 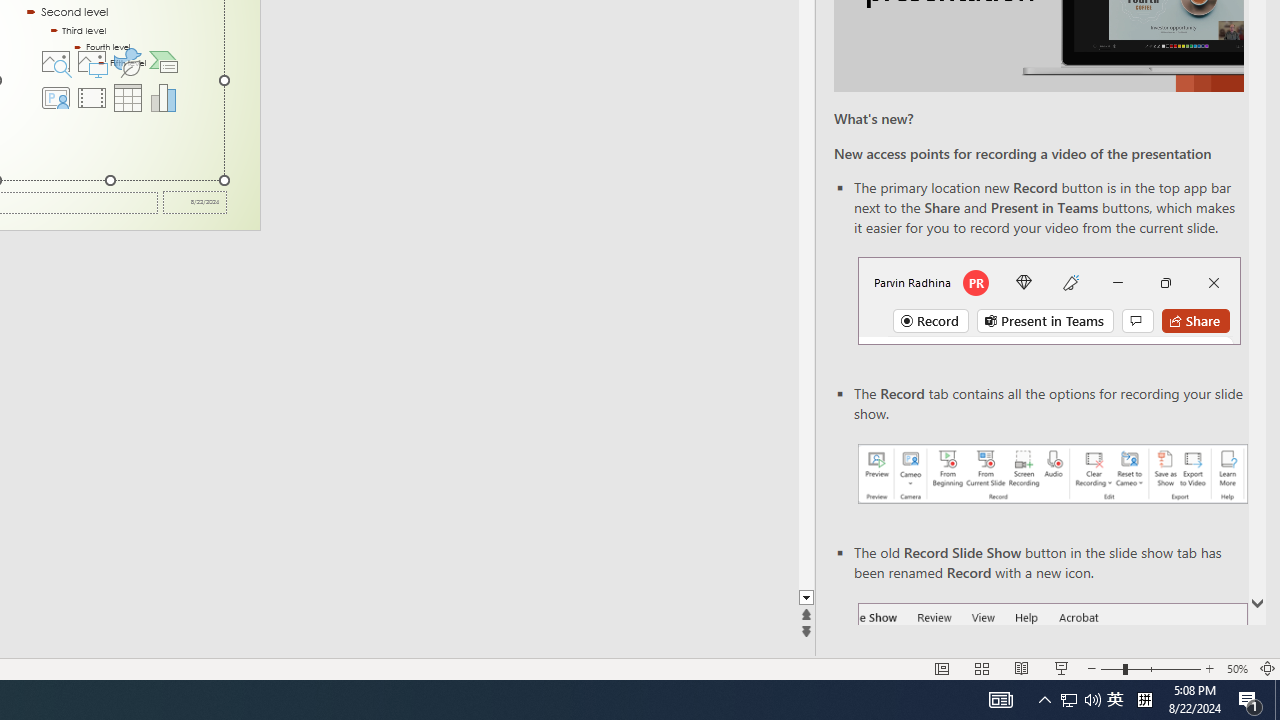 What do you see at coordinates (90, 60) in the screenshot?
I see `'Pictures'` at bounding box center [90, 60].